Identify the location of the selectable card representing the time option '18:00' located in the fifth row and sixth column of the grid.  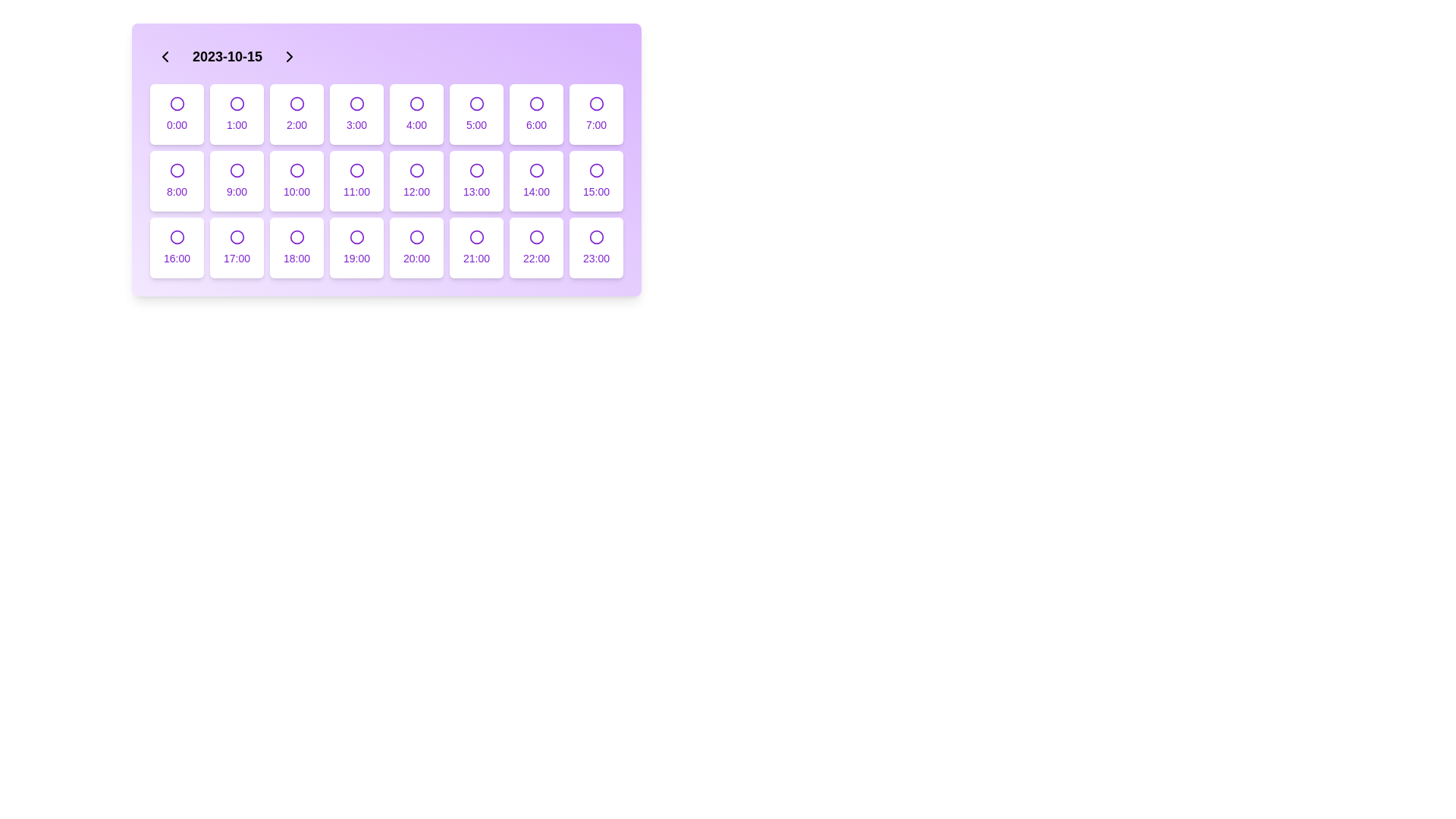
(297, 247).